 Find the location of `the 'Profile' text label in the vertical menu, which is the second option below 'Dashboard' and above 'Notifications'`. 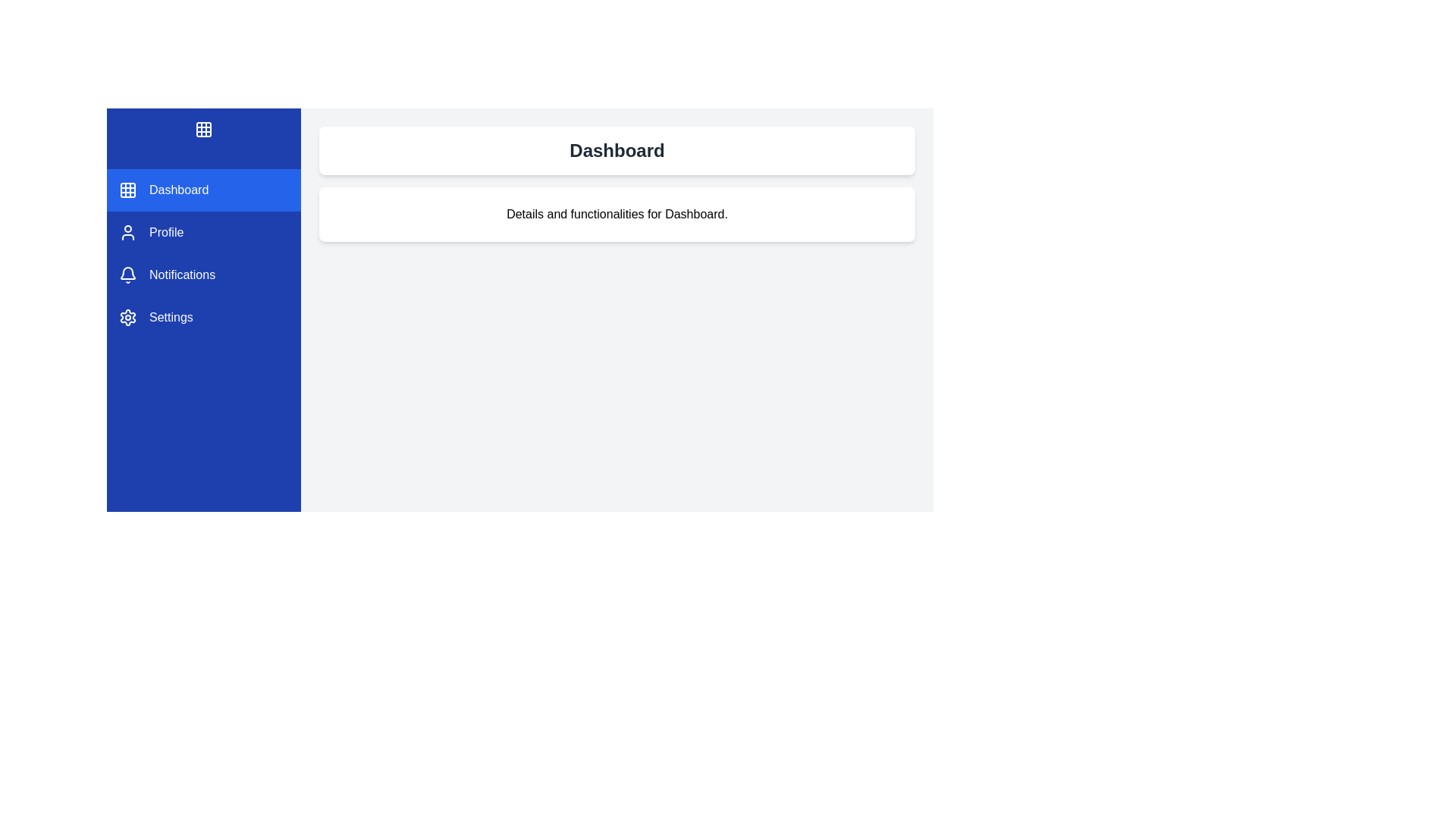

the 'Profile' text label in the vertical menu, which is the second option below 'Dashboard' and above 'Notifications' is located at coordinates (166, 233).